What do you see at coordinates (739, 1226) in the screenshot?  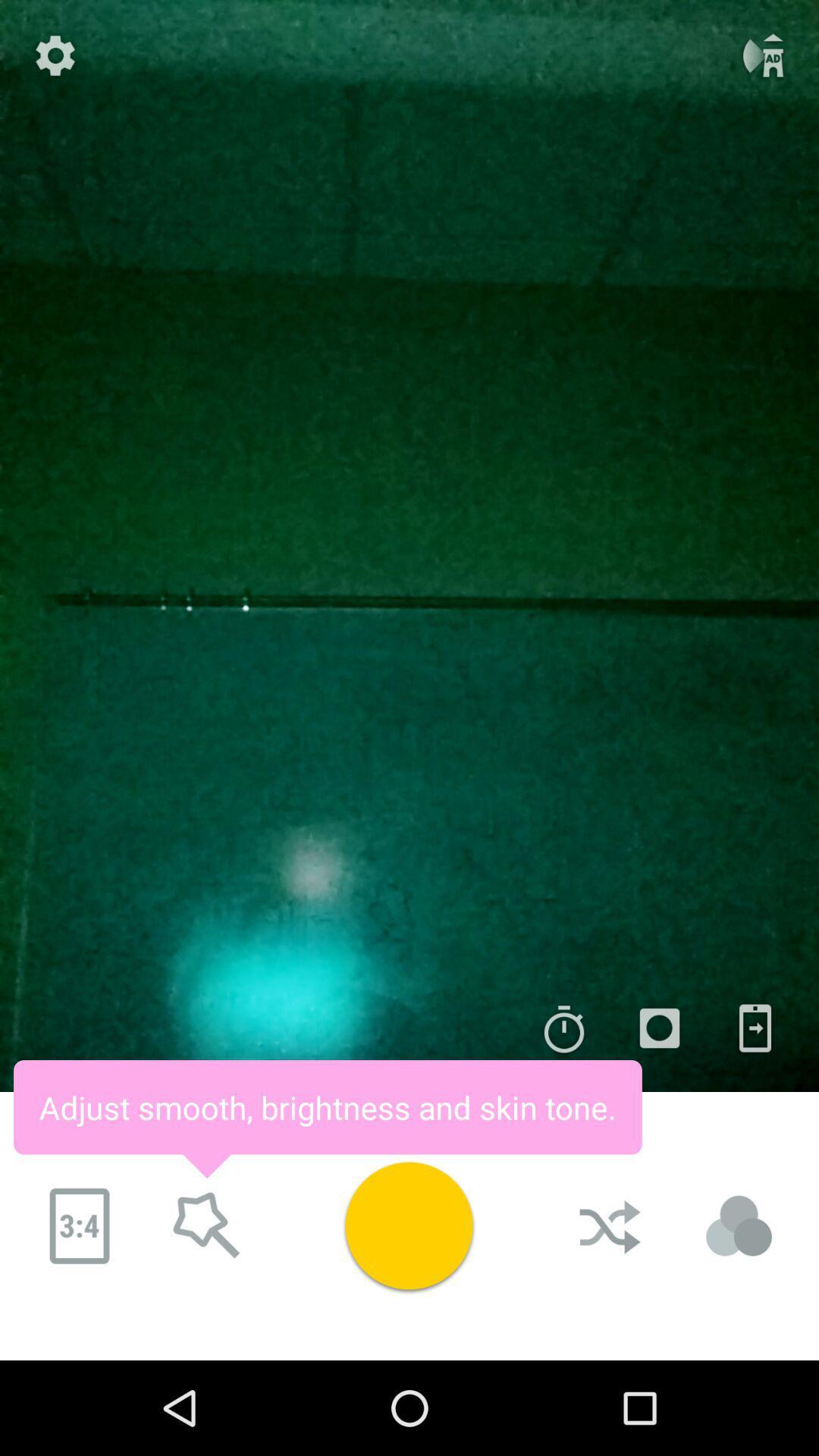 I see `the avatar icon` at bounding box center [739, 1226].